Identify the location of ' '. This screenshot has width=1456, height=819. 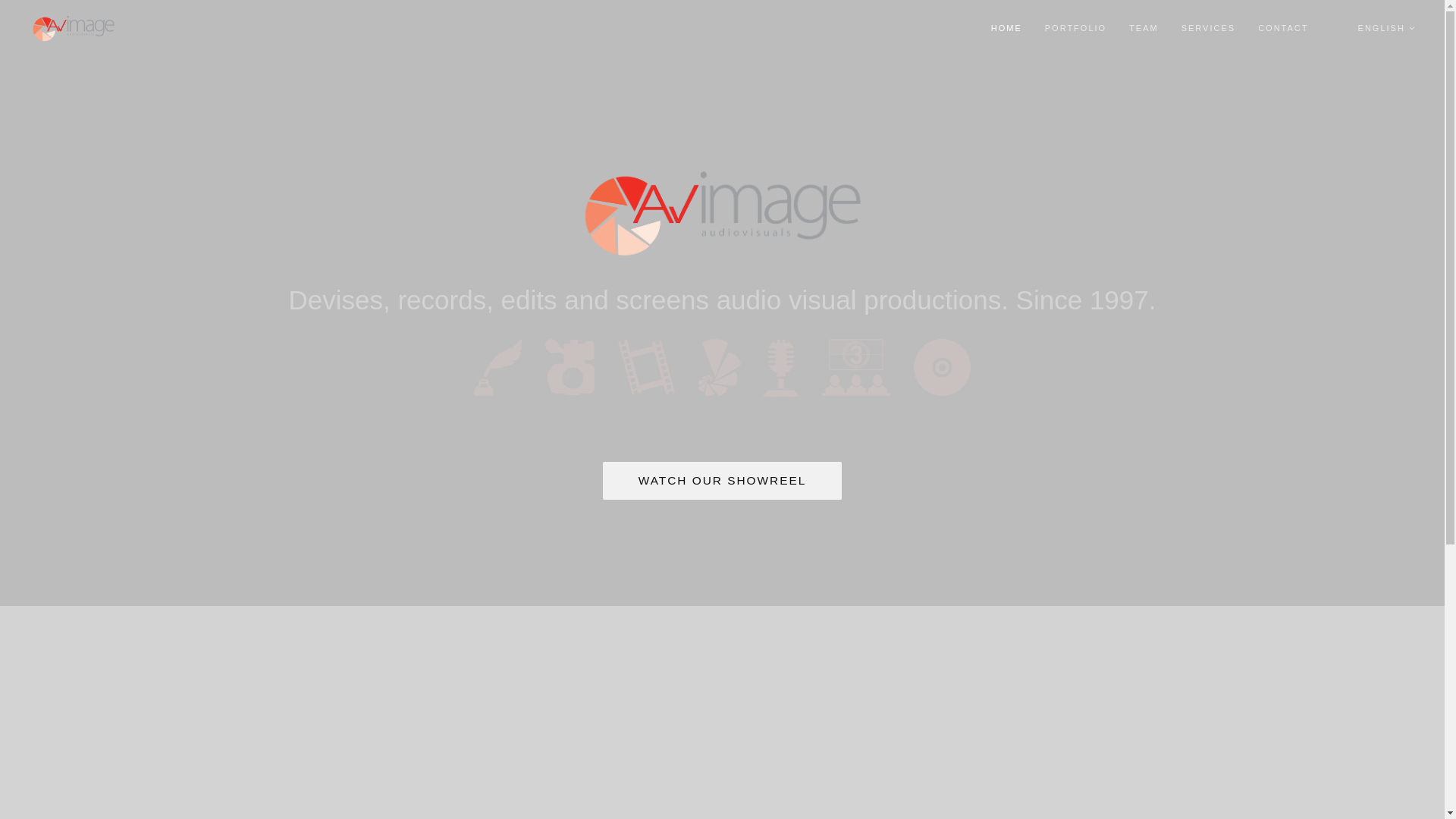
(1330, 28).